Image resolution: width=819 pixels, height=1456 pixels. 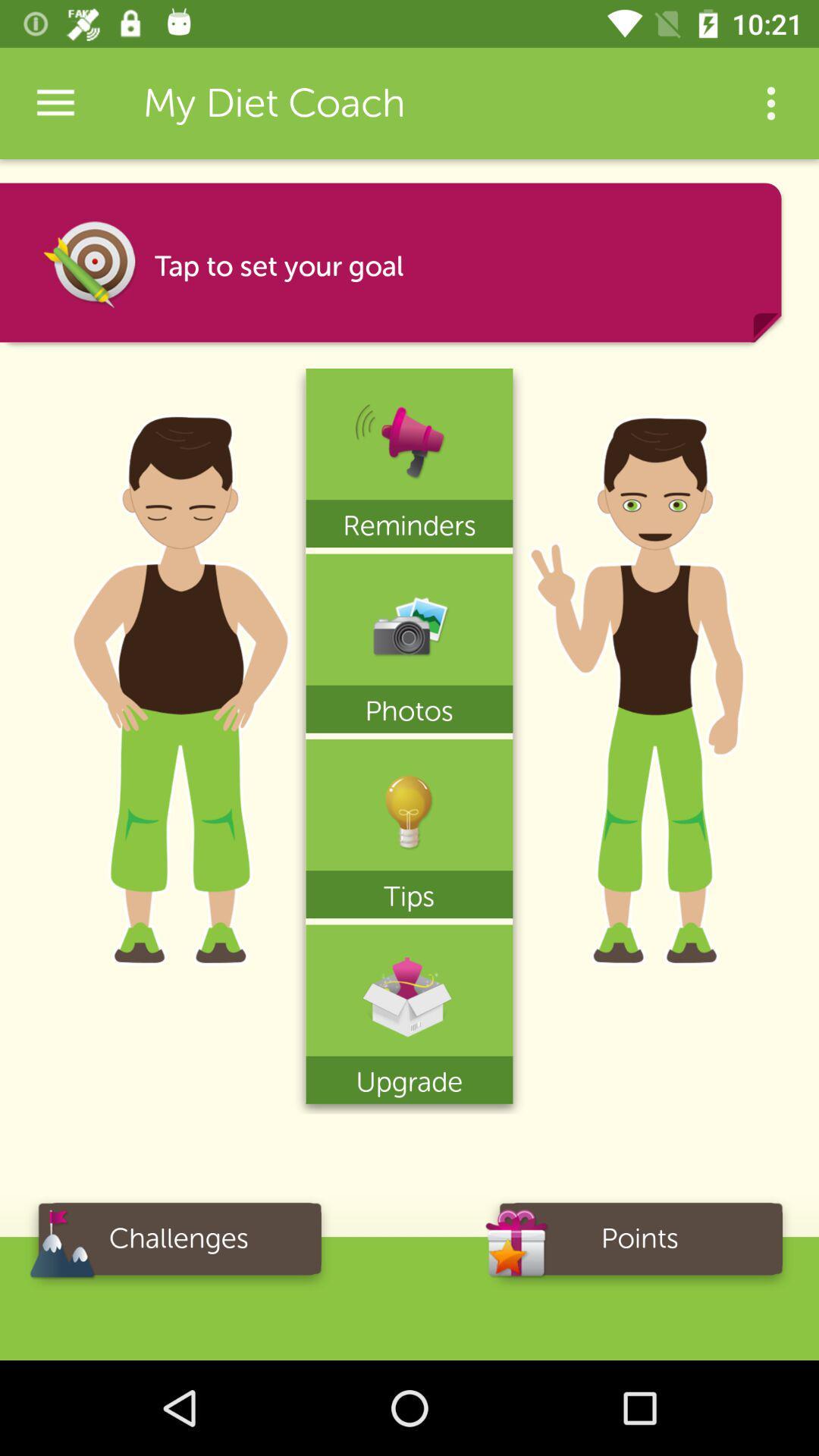 What do you see at coordinates (640, 1244) in the screenshot?
I see `points icon` at bounding box center [640, 1244].